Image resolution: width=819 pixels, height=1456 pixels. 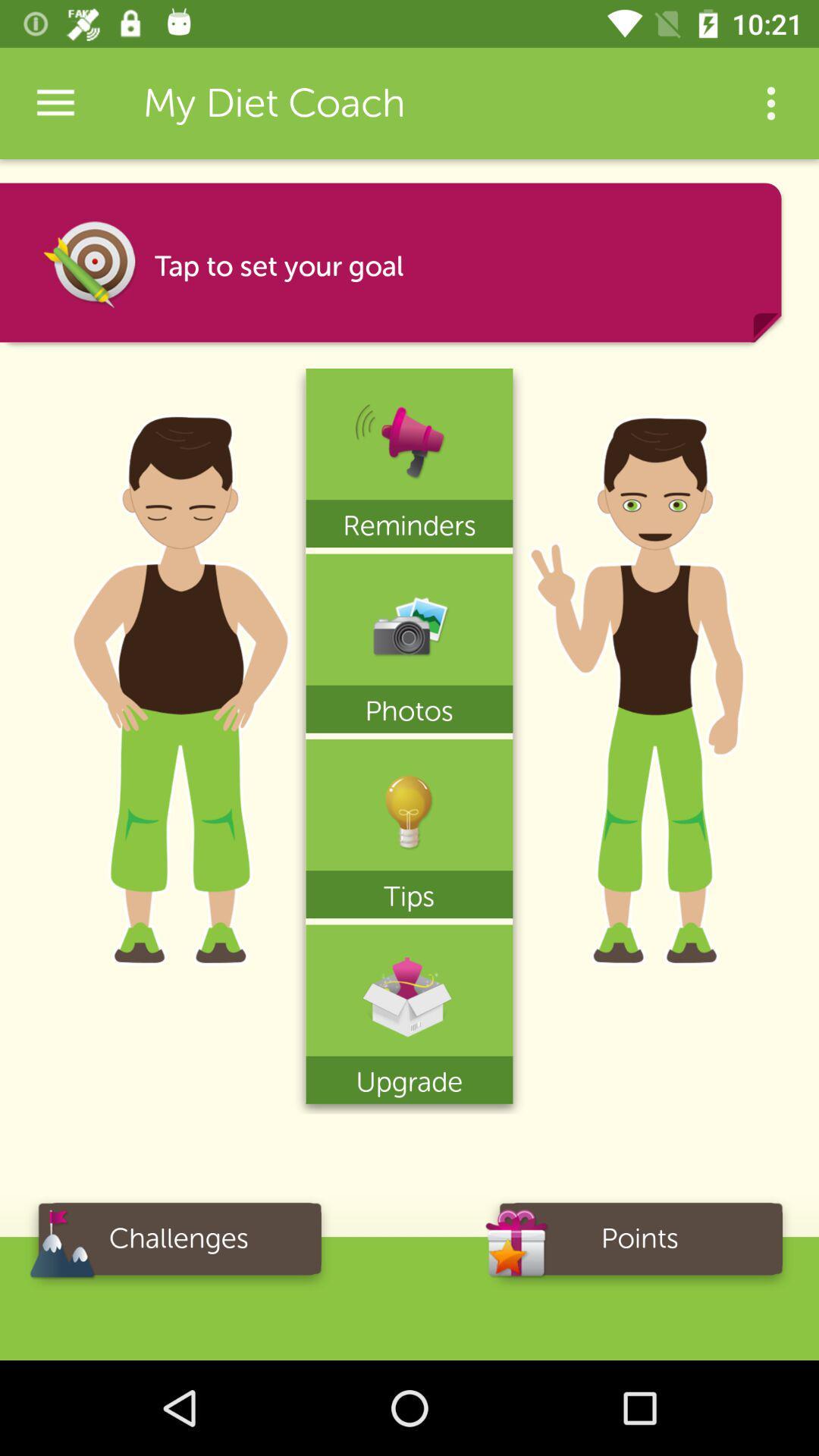 What do you see at coordinates (640, 1244) in the screenshot?
I see `points icon` at bounding box center [640, 1244].